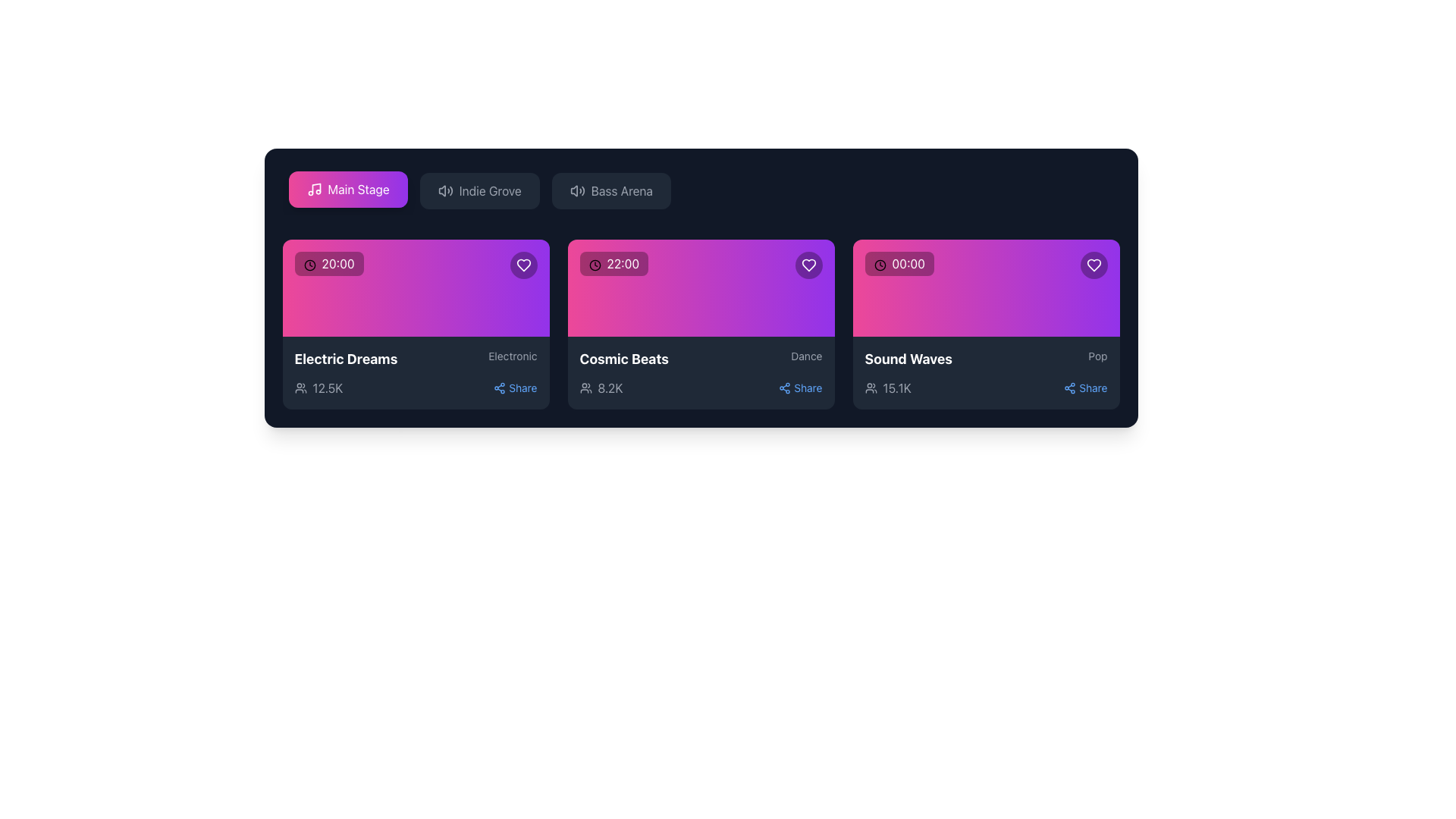 The width and height of the screenshot is (1456, 819). What do you see at coordinates (908, 359) in the screenshot?
I see `the 'Sound Waves' text label, which is styled with a bold font and white color, located on a dark background within a card structure on the rightmost end of the layout` at bounding box center [908, 359].